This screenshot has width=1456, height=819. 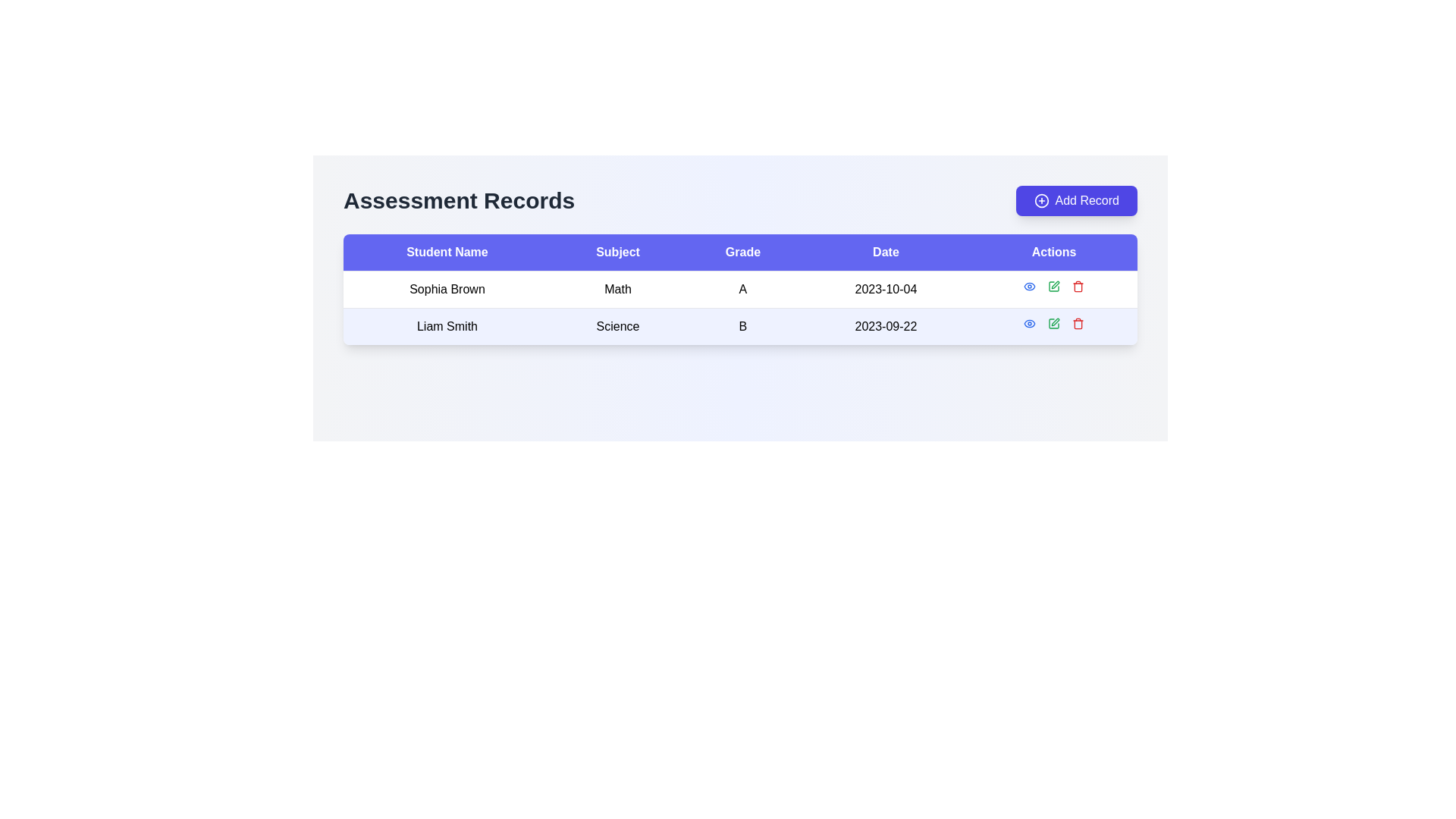 What do you see at coordinates (447, 289) in the screenshot?
I see `the text label displaying 'Sophia Brown' in the first row of the table under the 'Student Name' column` at bounding box center [447, 289].